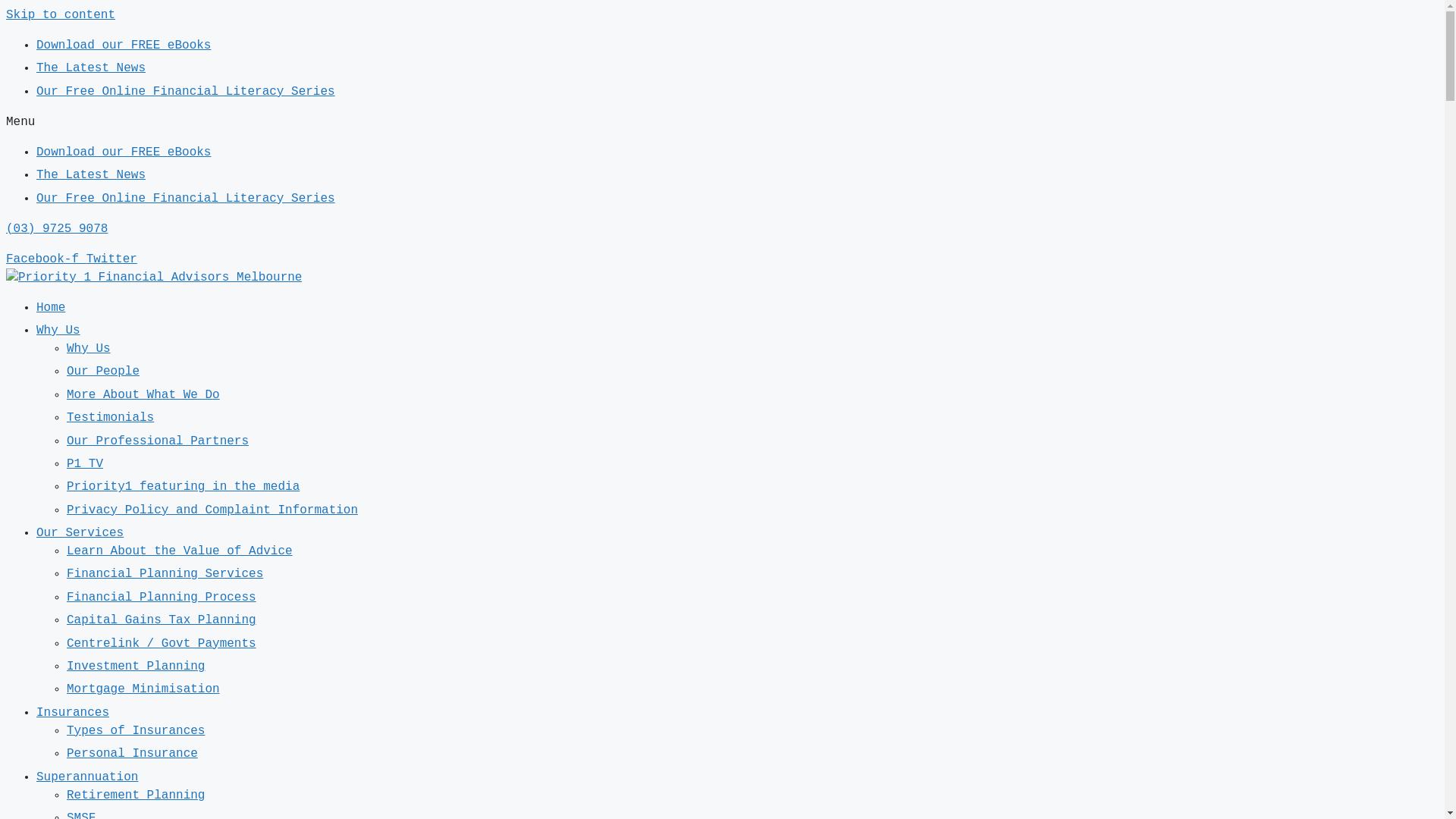 This screenshot has height=819, width=1456. What do you see at coordinates (157, 441) in the screenshot?
I see `'Our Professional Partners'` at bounding box center [157, 441].